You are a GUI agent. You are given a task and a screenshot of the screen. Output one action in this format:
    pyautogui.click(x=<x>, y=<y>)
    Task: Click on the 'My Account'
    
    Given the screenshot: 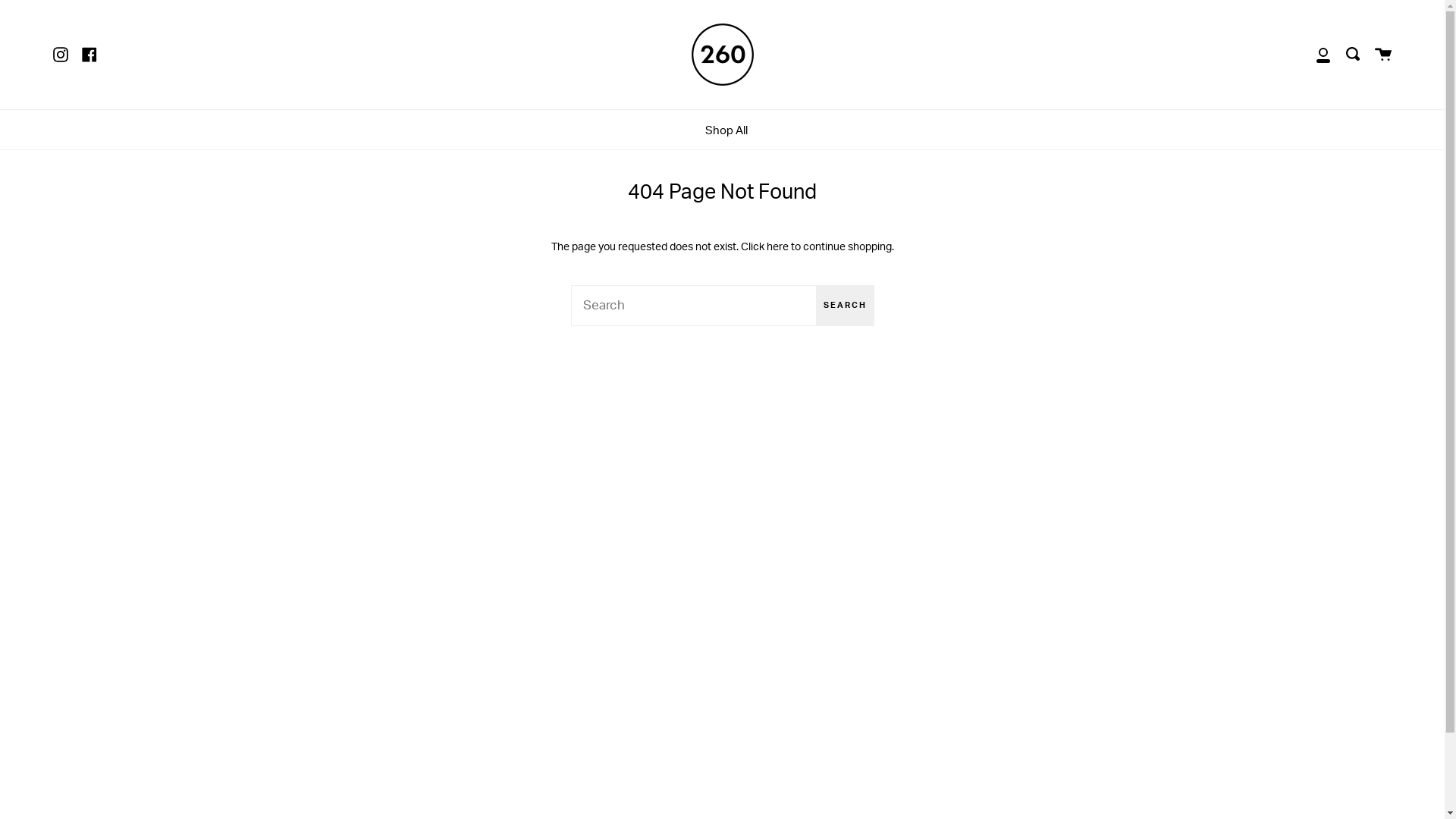 What is the action you would take?
    pyautogui.click(x=1323, y=54)
    